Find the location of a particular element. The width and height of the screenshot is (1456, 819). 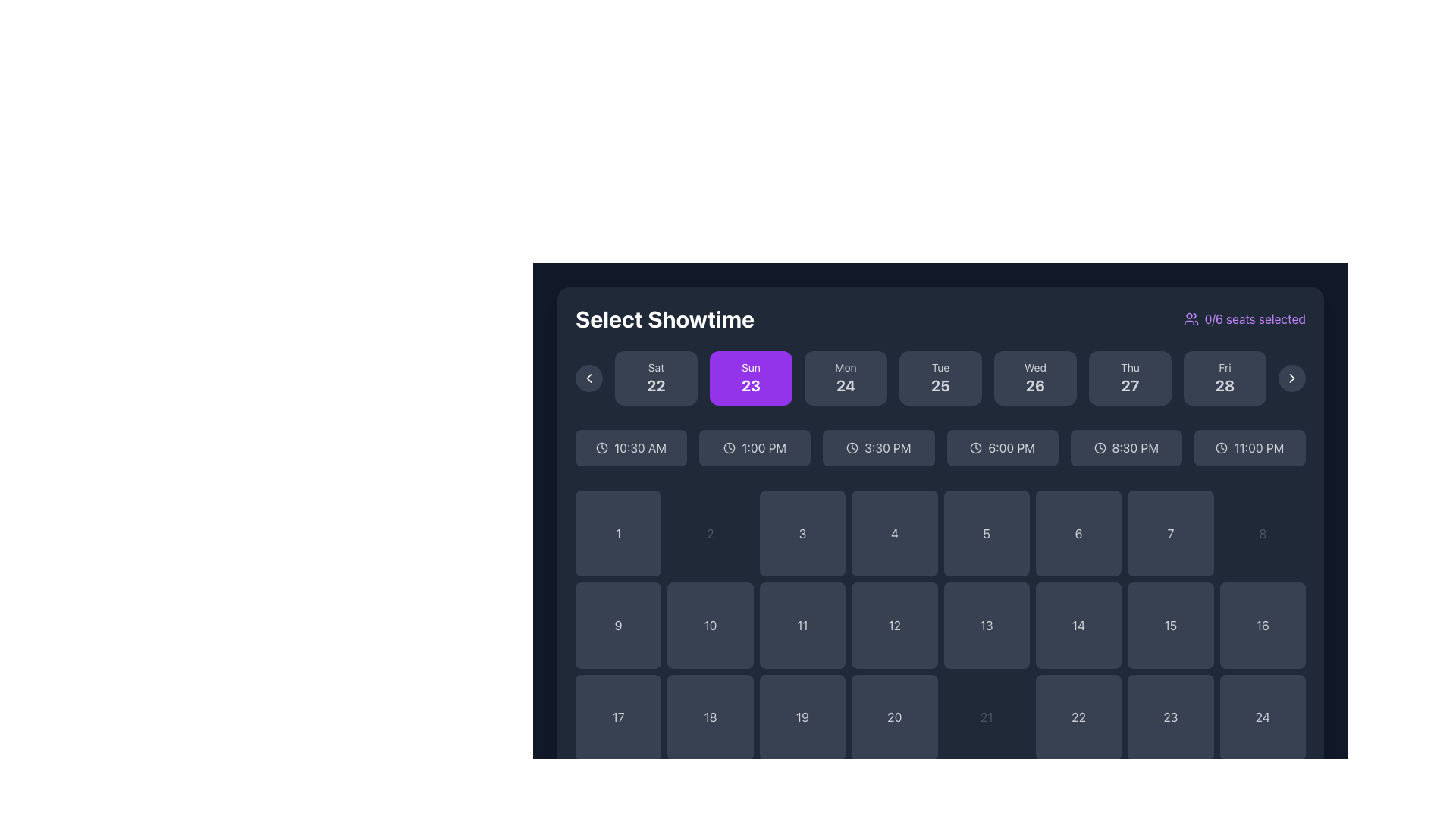

the button in the horizontal group displaying time values is located at coordinates (940, 447).